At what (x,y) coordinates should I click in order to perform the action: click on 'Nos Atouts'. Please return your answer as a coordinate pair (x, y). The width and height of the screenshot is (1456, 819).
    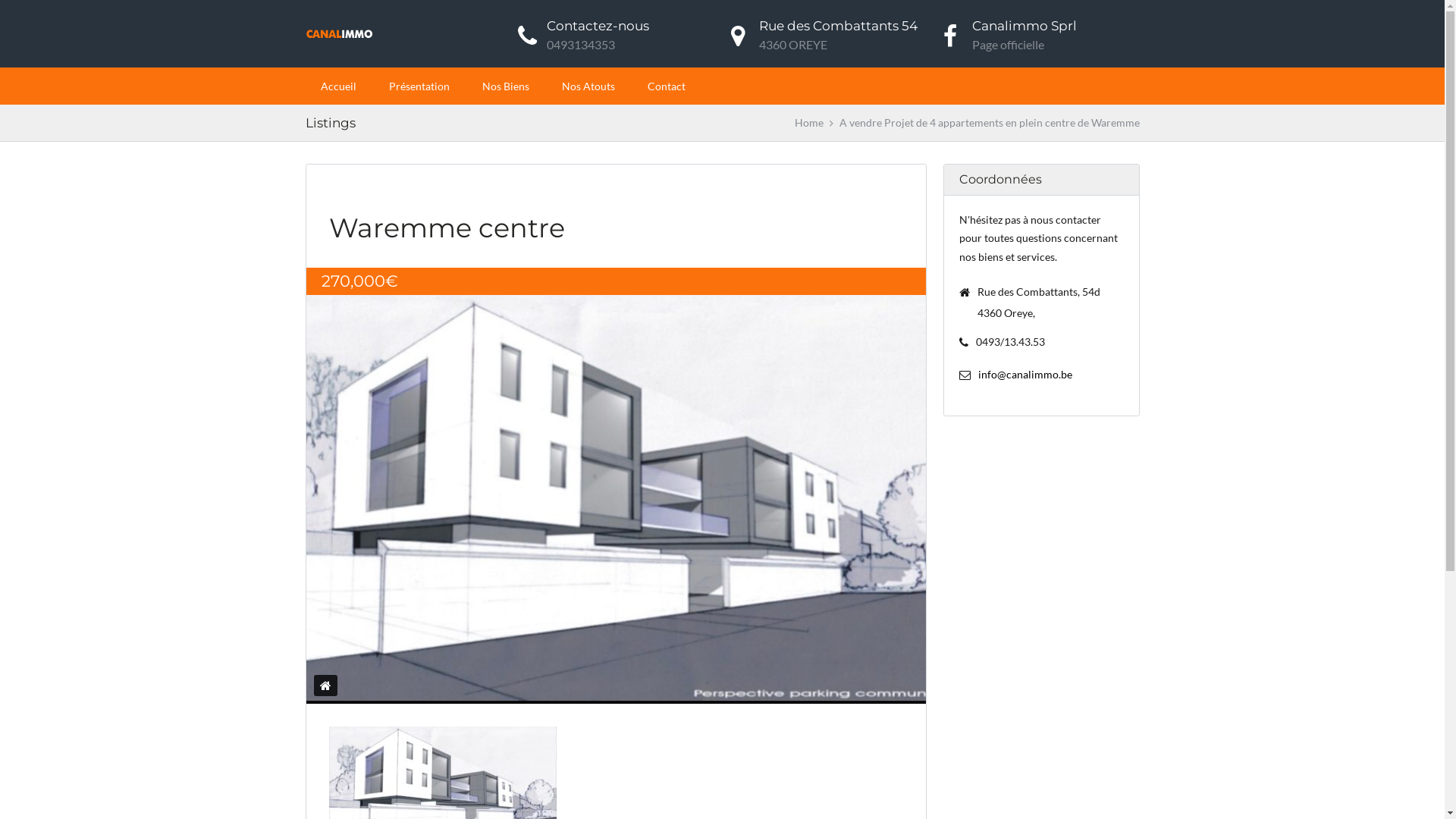
    Looking at the image, I should click on (586, 86).